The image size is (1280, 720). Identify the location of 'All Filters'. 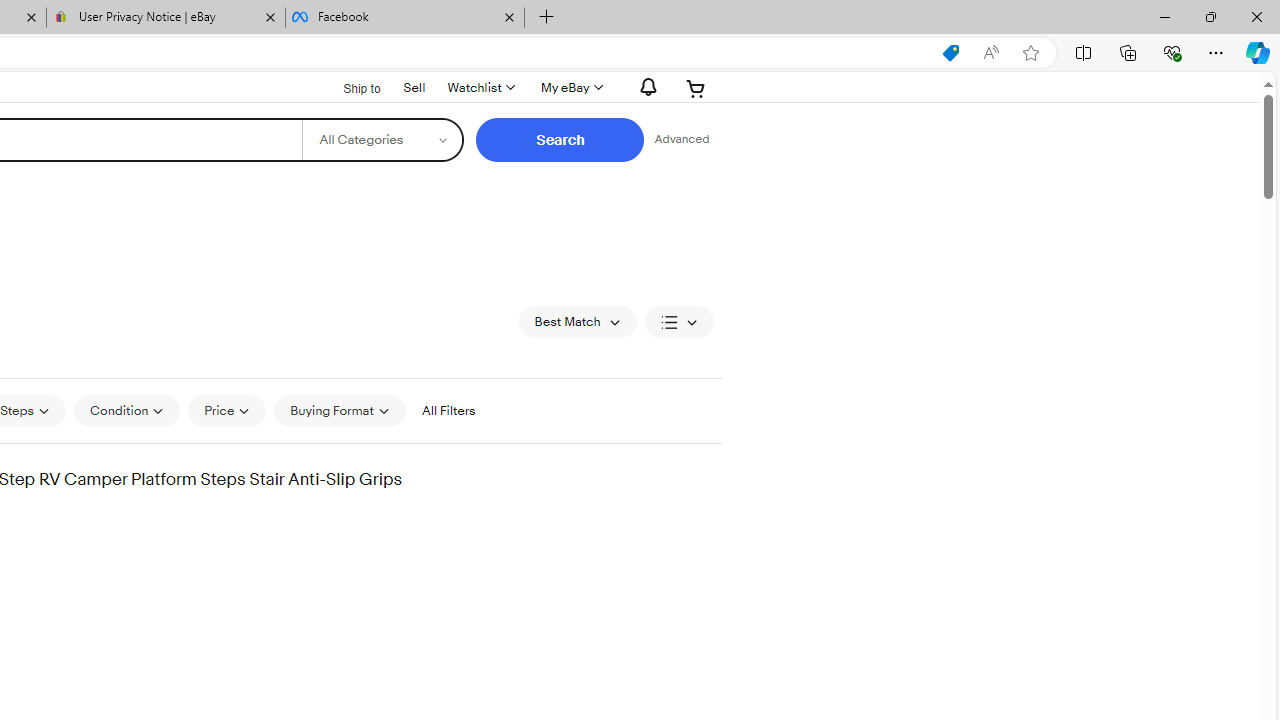
(447, 410).